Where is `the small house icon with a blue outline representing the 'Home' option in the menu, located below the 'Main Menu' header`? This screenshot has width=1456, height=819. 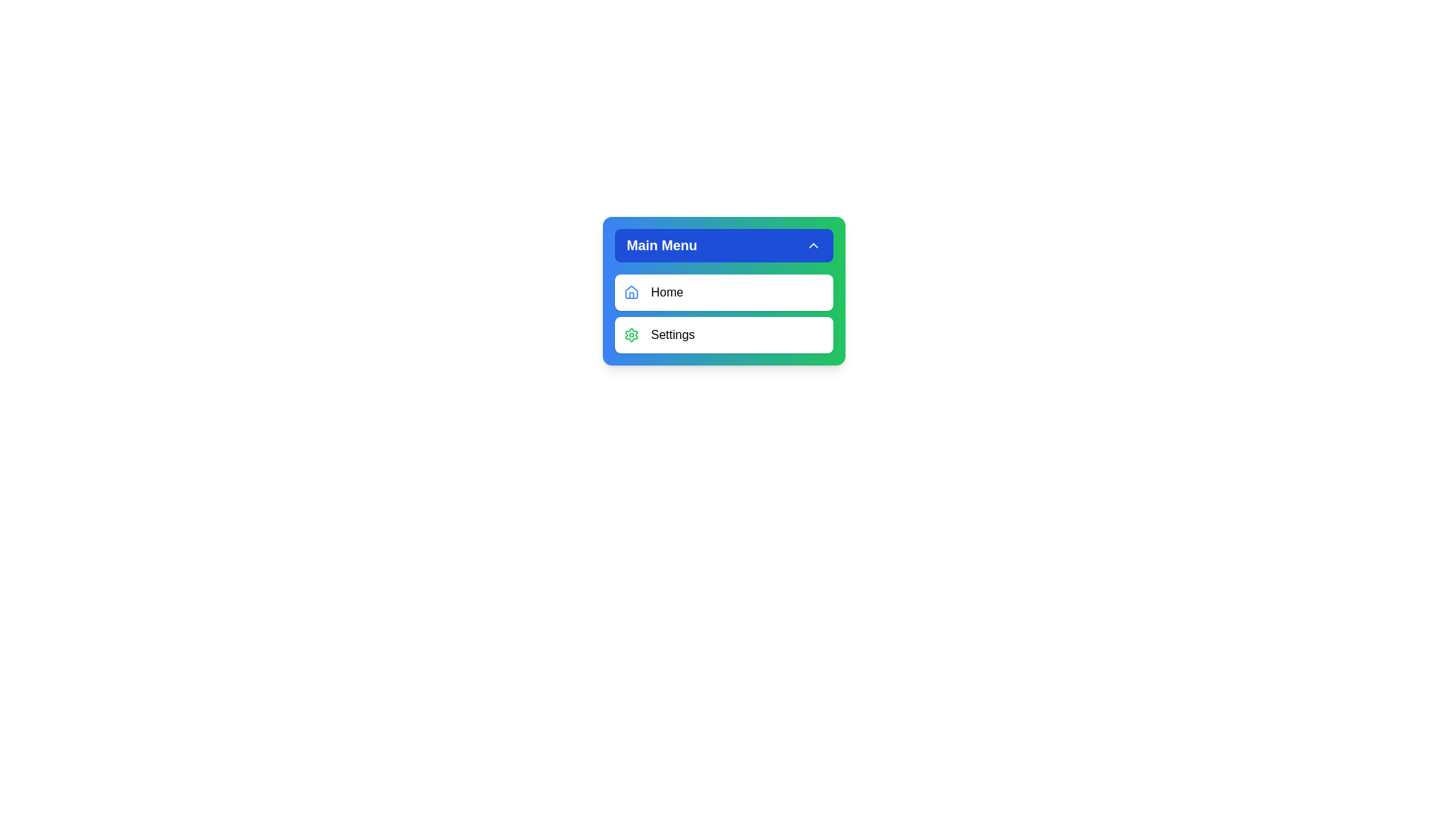
the small house icon with a blue outline representing the 'Home' option in the menu, located below the 'Main Menu' header is located at coordinates (631, 292).